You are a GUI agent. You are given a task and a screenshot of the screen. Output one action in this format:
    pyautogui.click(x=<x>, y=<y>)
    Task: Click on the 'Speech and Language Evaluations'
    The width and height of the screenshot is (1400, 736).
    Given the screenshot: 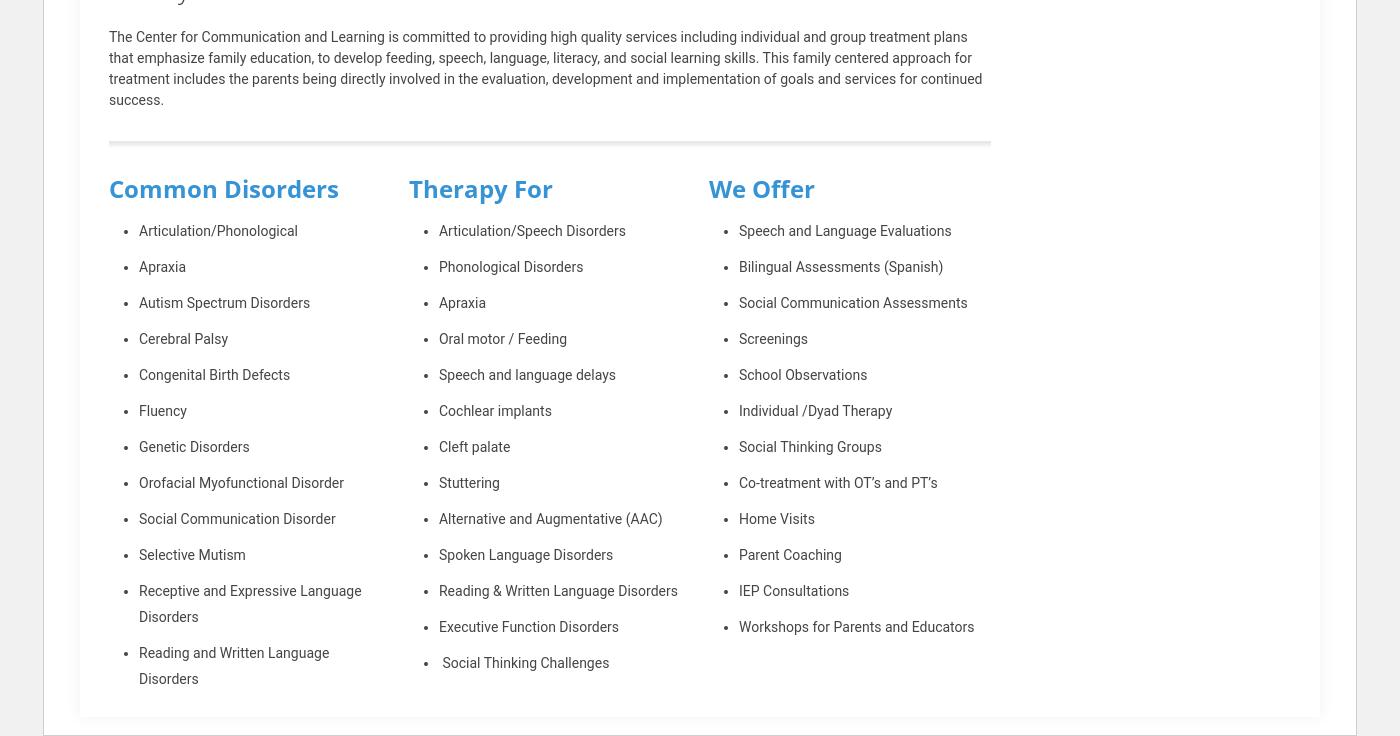 What is the action you would take?
    pyautogui.click(x=844, y=231)
    